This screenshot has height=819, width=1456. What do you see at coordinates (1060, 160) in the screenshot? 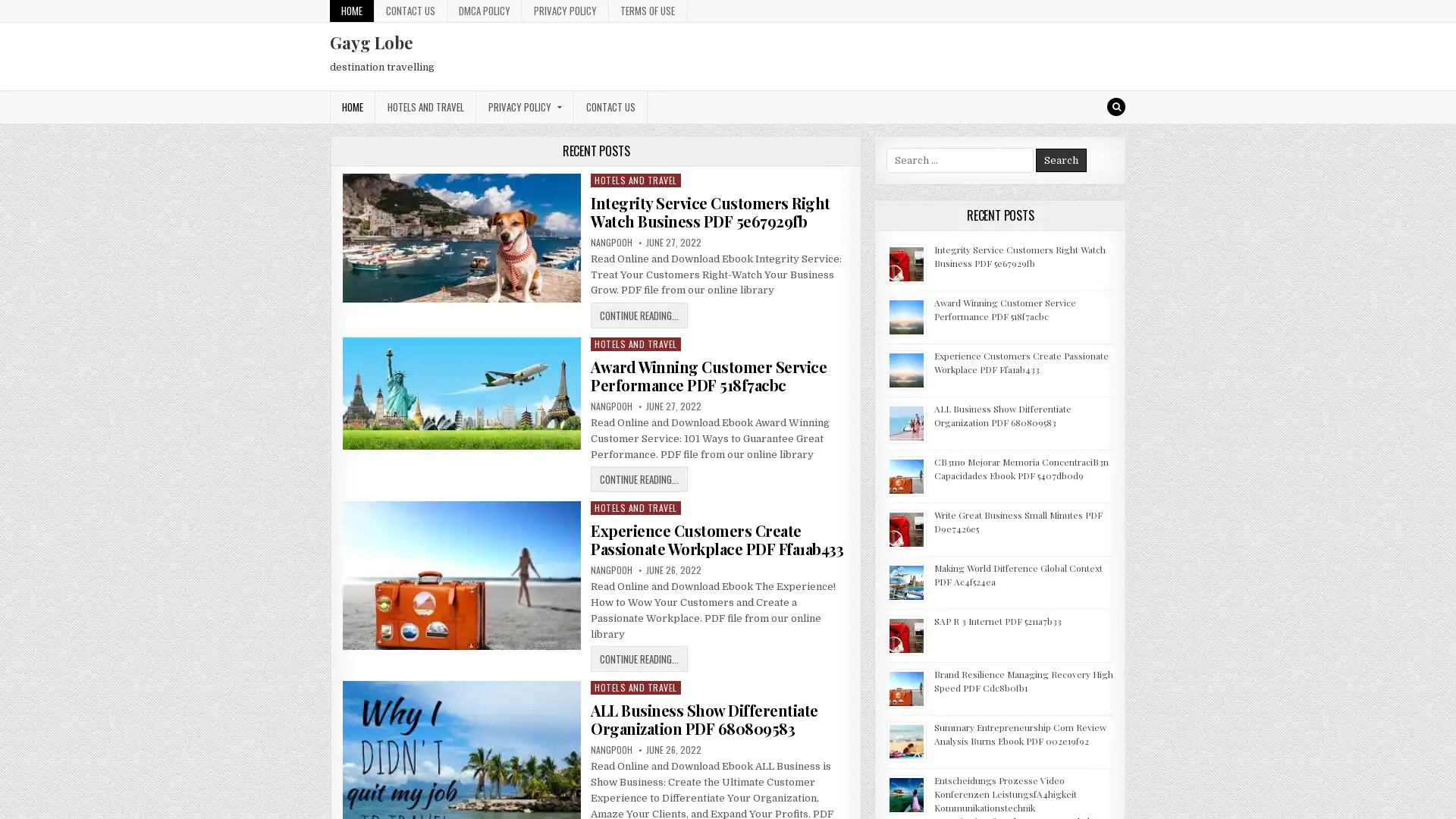
I see `Search` at bounding box center [1060, 160].